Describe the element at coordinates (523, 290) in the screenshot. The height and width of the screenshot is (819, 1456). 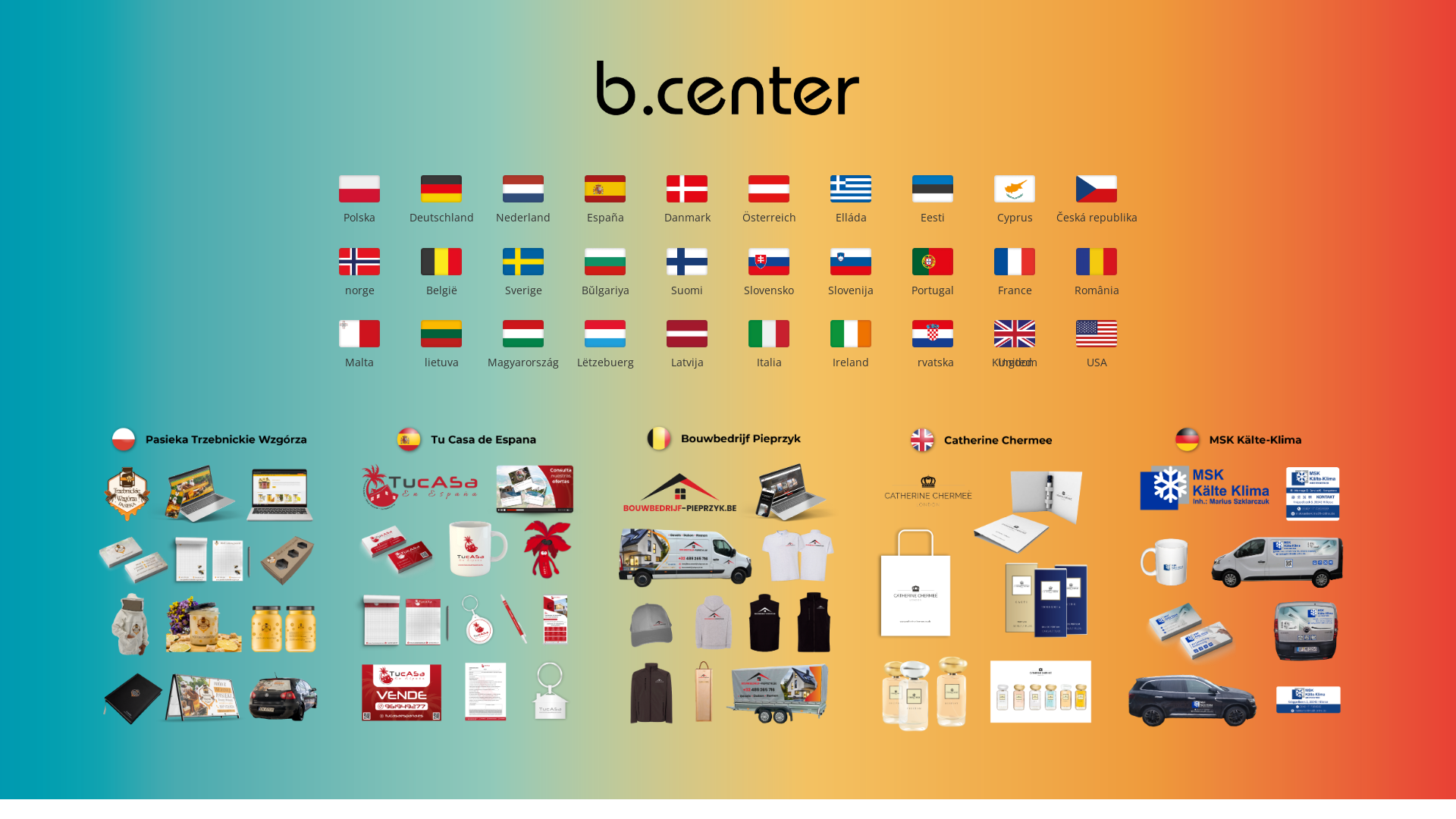
I see `'Sverige'` at that location.